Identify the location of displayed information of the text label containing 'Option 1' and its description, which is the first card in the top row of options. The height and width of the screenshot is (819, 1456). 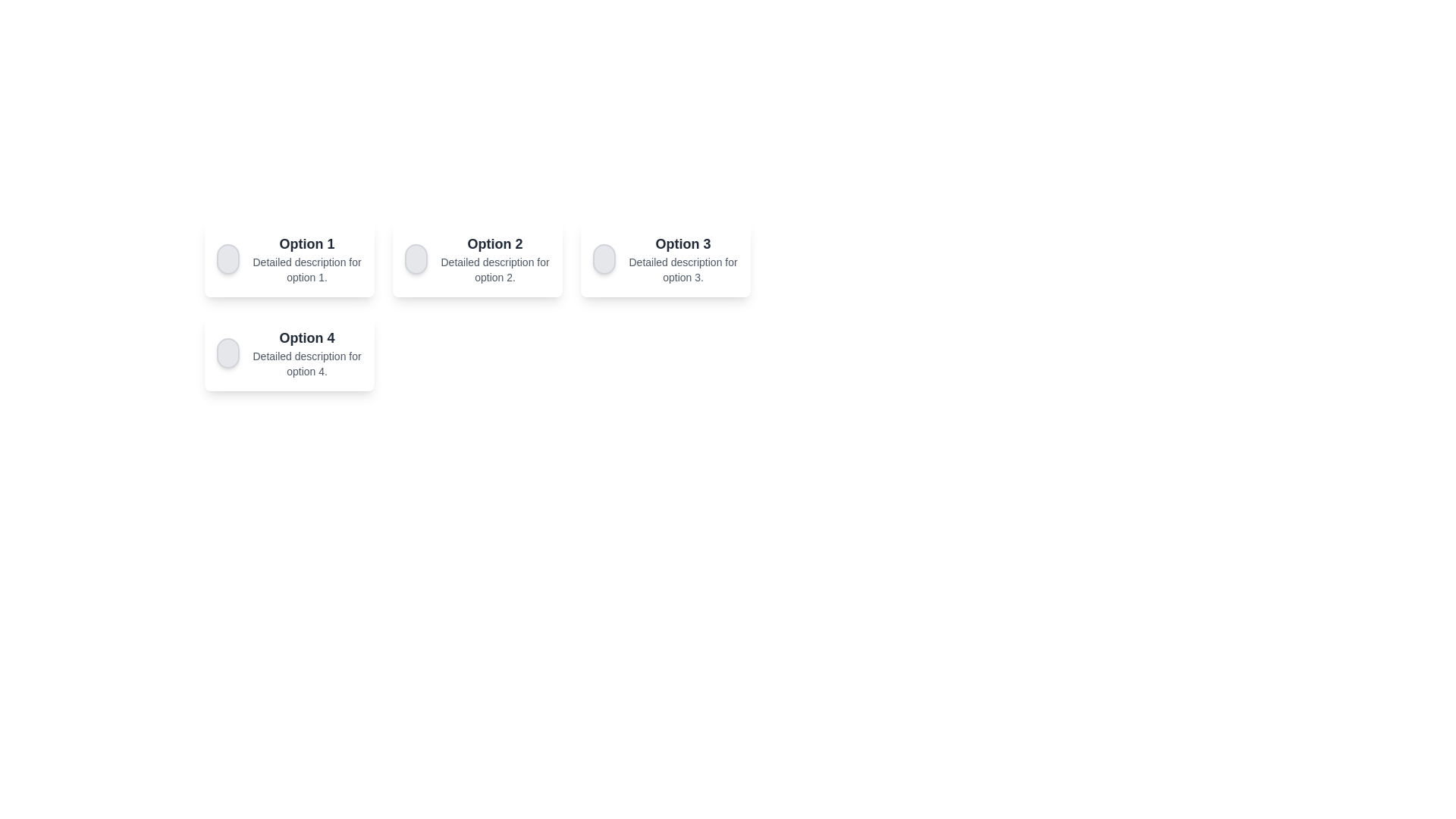
(306, 259).